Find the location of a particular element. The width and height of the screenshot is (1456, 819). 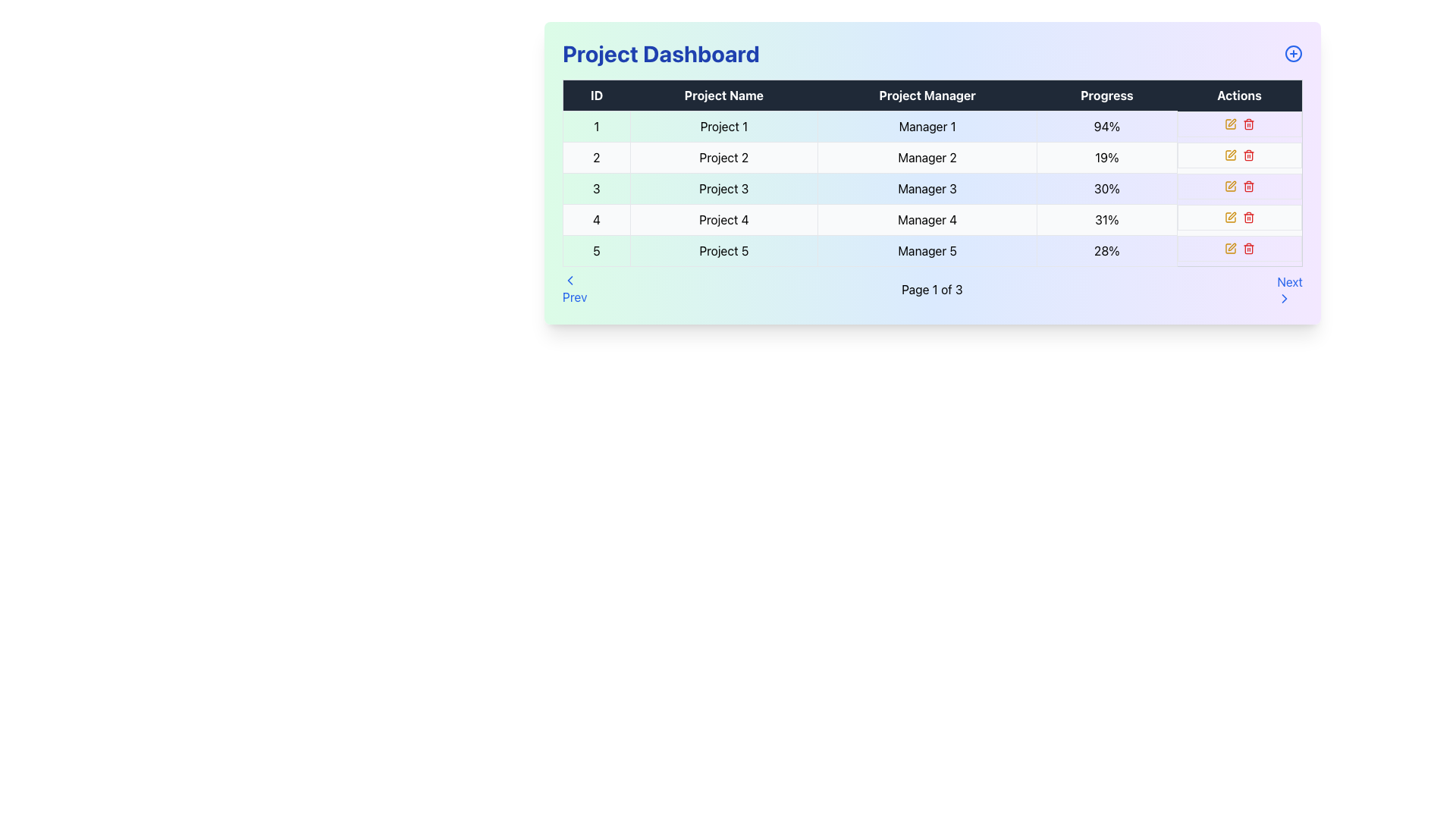

the third row in the table with a light blue background containing project details including ID '3', project name 'Project 3', project manager 'Manager 3', and progress percentage '30%.' is located at coordinates (931, 188).